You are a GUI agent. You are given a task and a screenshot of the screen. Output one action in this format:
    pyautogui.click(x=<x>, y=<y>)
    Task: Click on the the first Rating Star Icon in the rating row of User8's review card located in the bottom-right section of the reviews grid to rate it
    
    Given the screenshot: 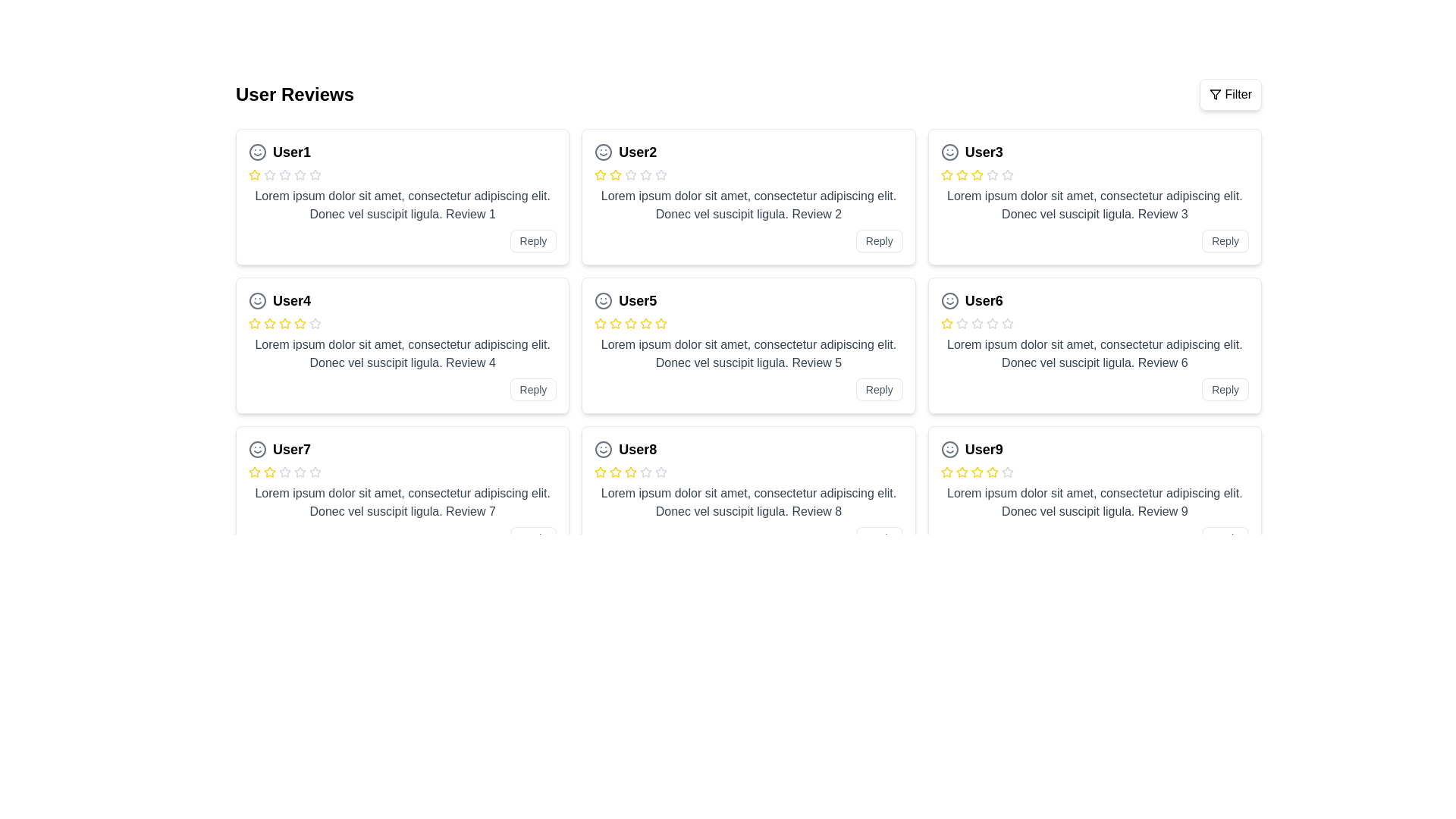 What is the action you would take?
    pyautogui.click(x=600, y=472)
    